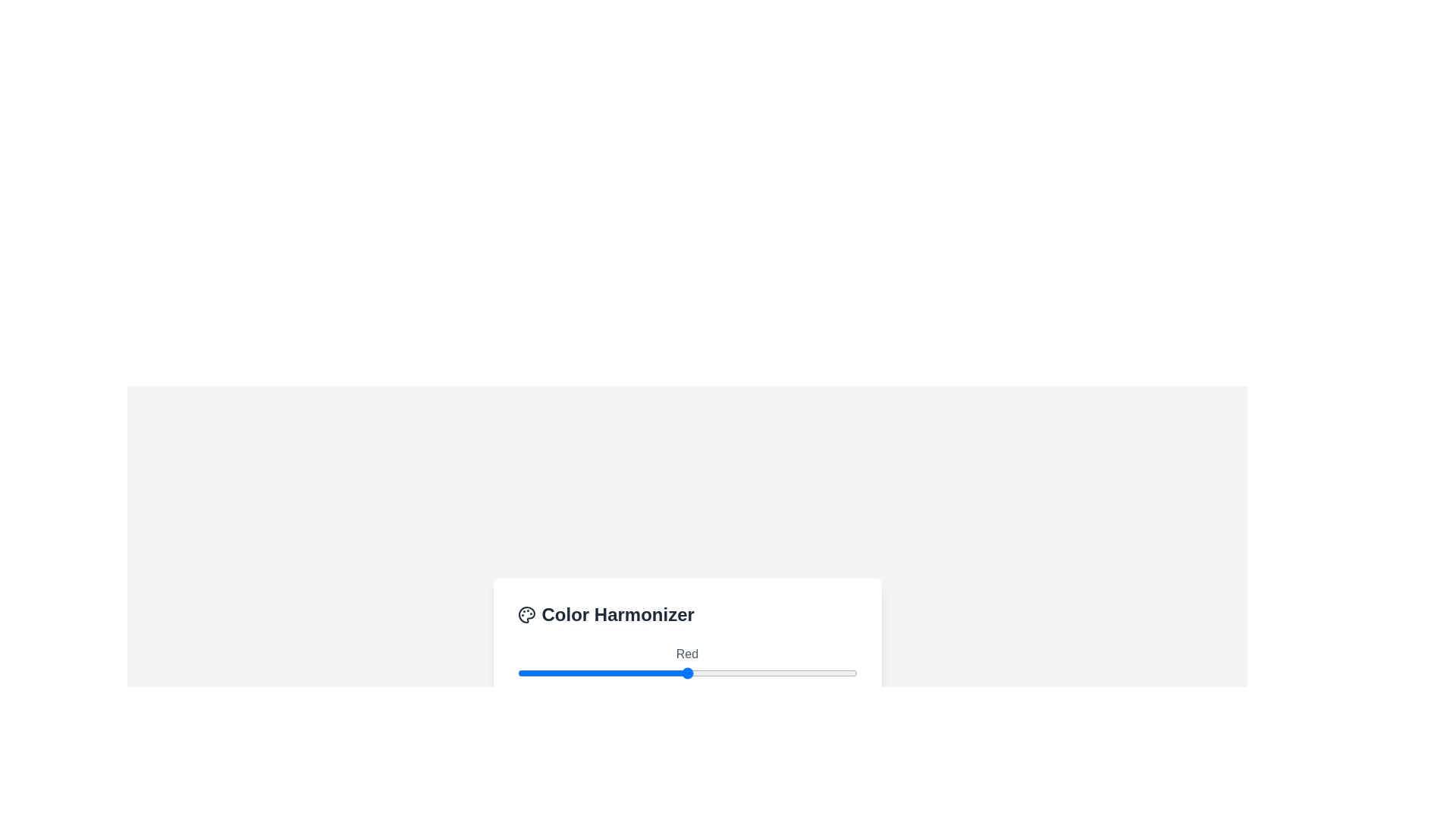 The height and width of the screenshot is (819, 1456). What do you see at coordinates (657, 672) in the screenshot?
I see `the red slider to set its value to 105` at bounding box center [657, 672].